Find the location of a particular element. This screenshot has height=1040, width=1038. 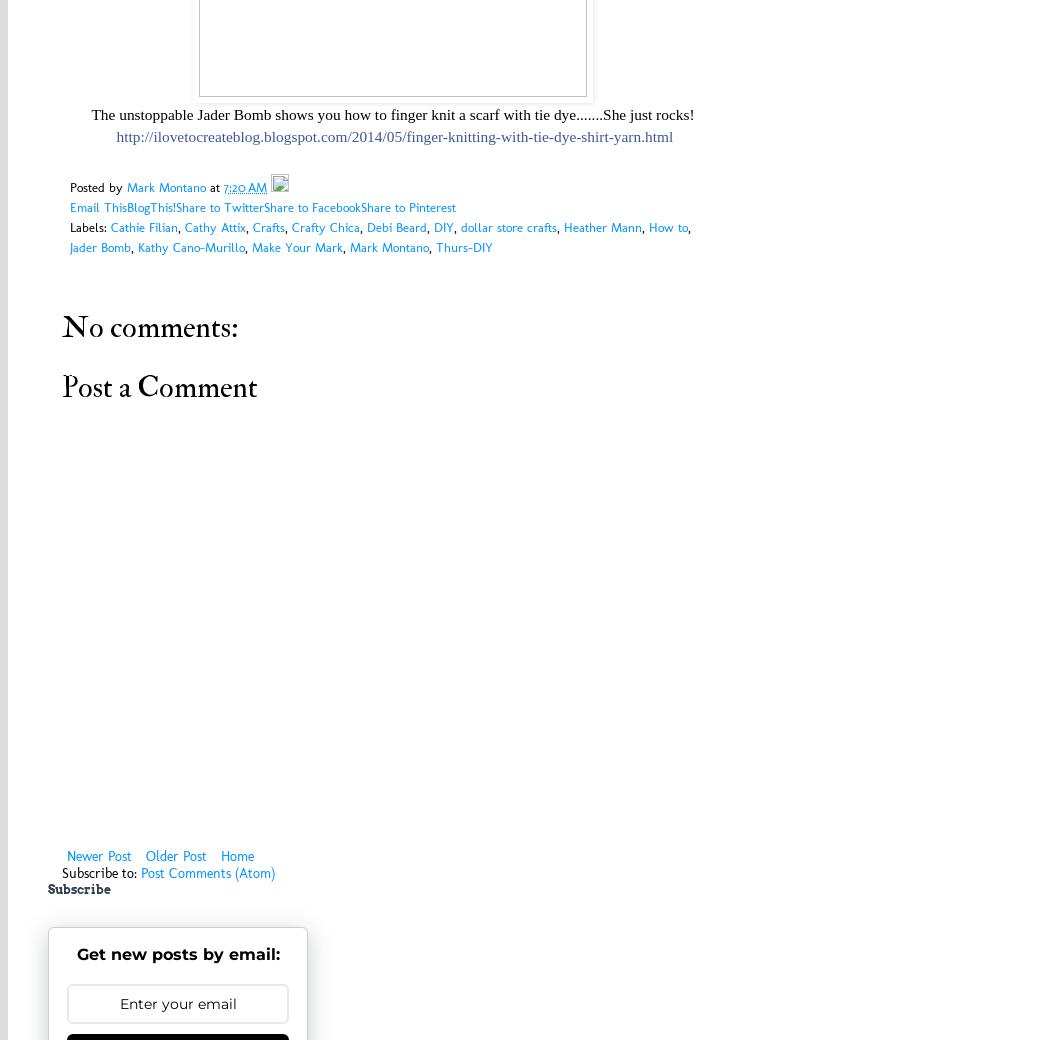

'How to' is located at coordinates (647, 227).